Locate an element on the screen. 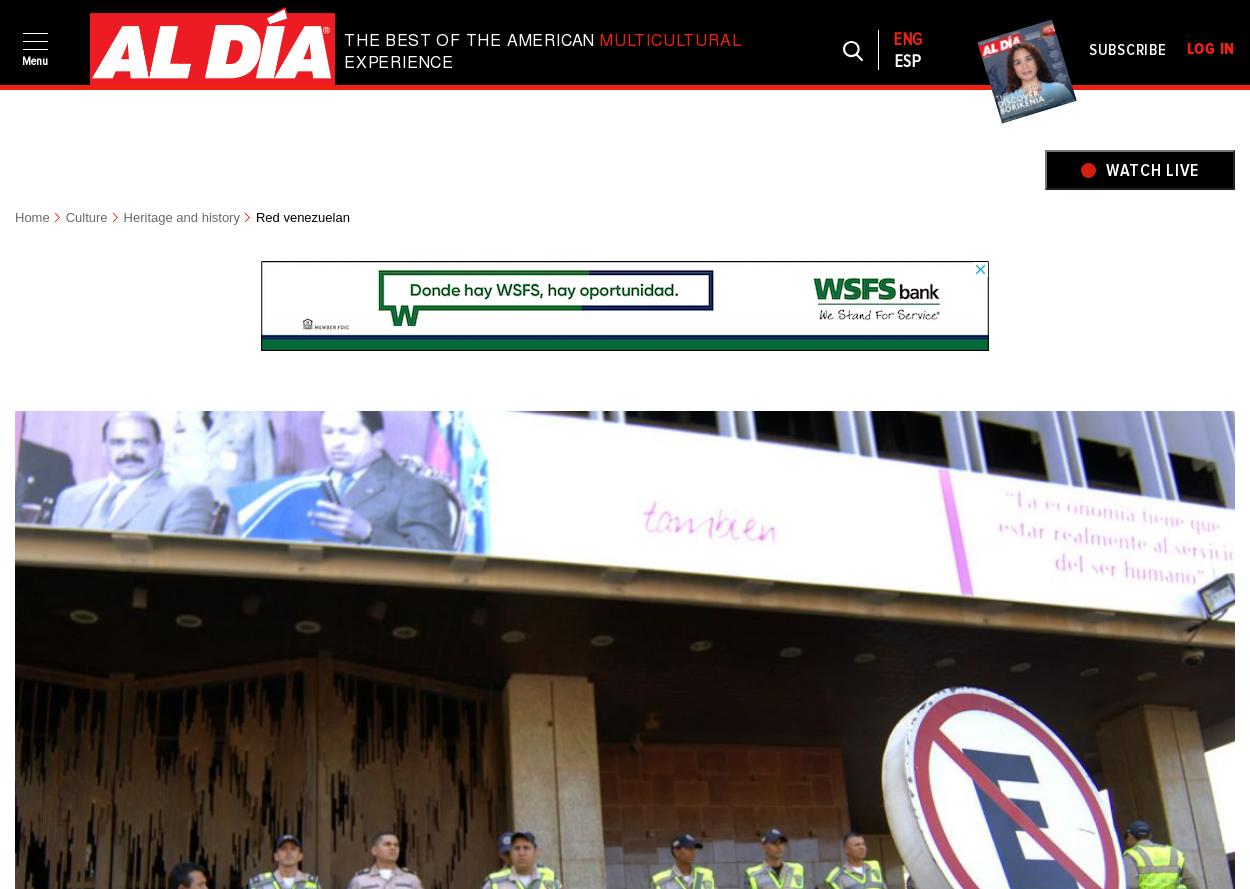  'EXPERIENCE' is located at coordinates (343, 63).